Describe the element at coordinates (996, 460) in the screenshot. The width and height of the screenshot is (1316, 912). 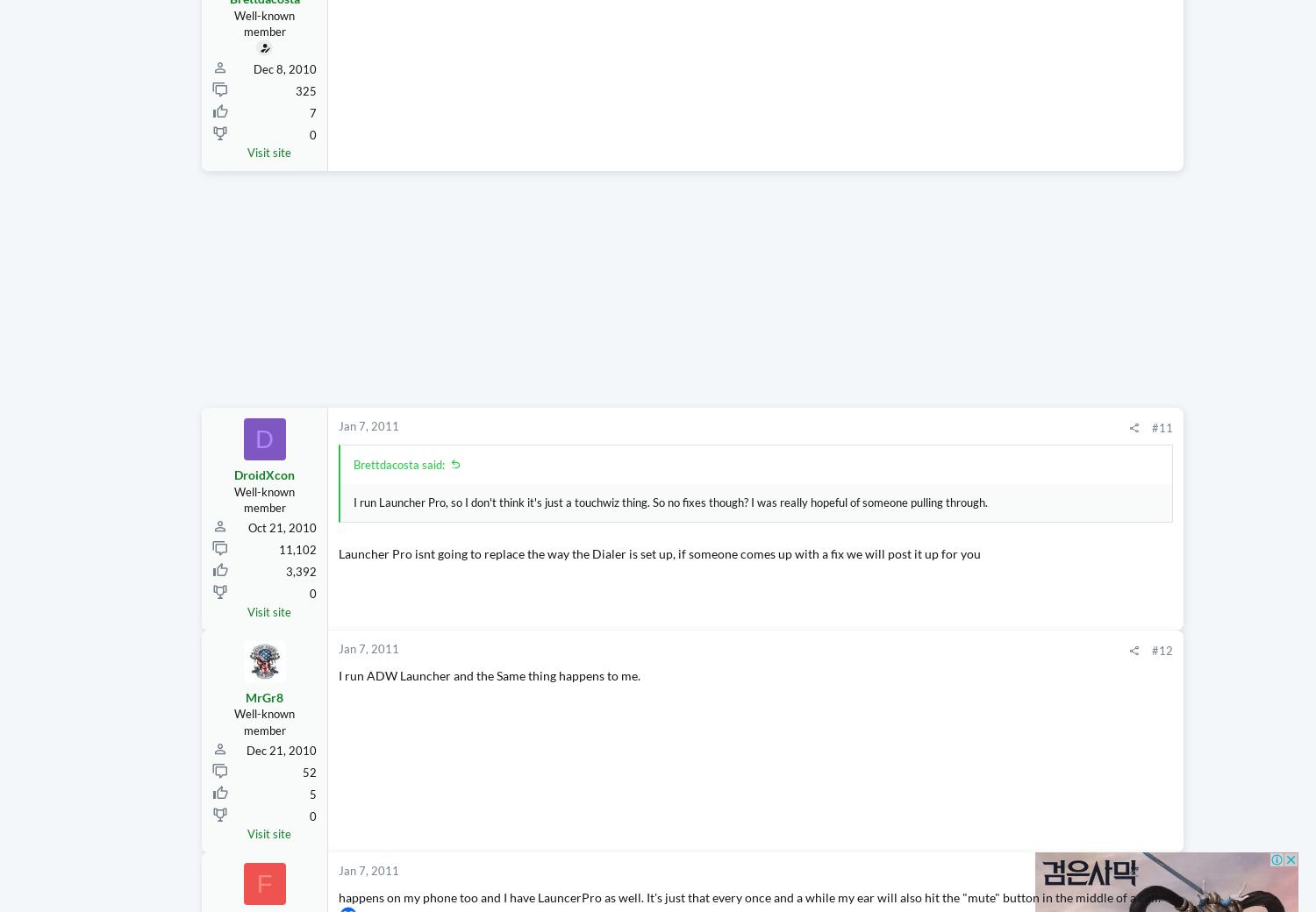
I see `'#11'` at that location.